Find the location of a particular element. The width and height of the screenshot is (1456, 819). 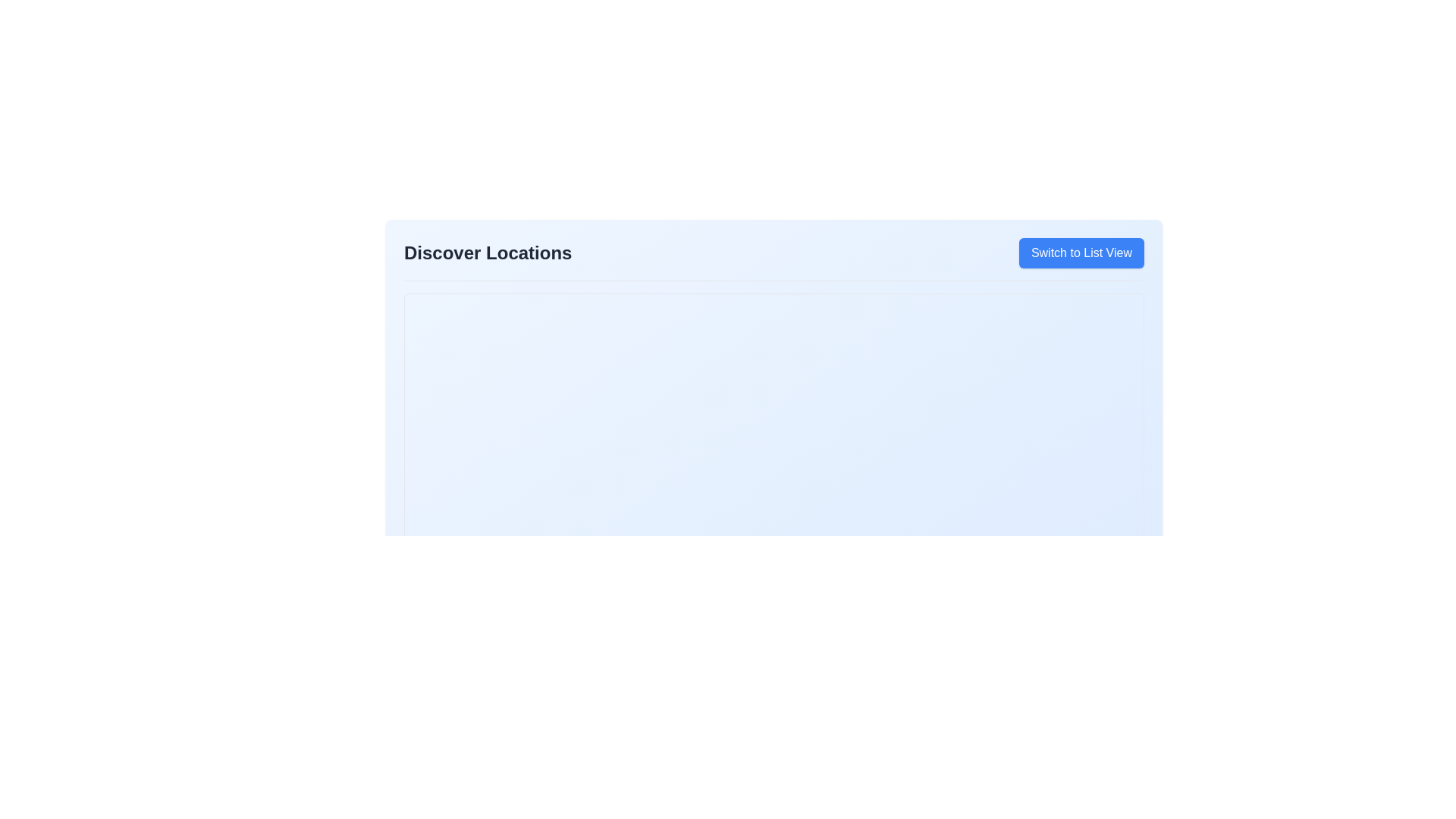

the button labeled 'Switch to List View' for keyboard interaction by targeting its center point is located at coordinates (1081, 253).